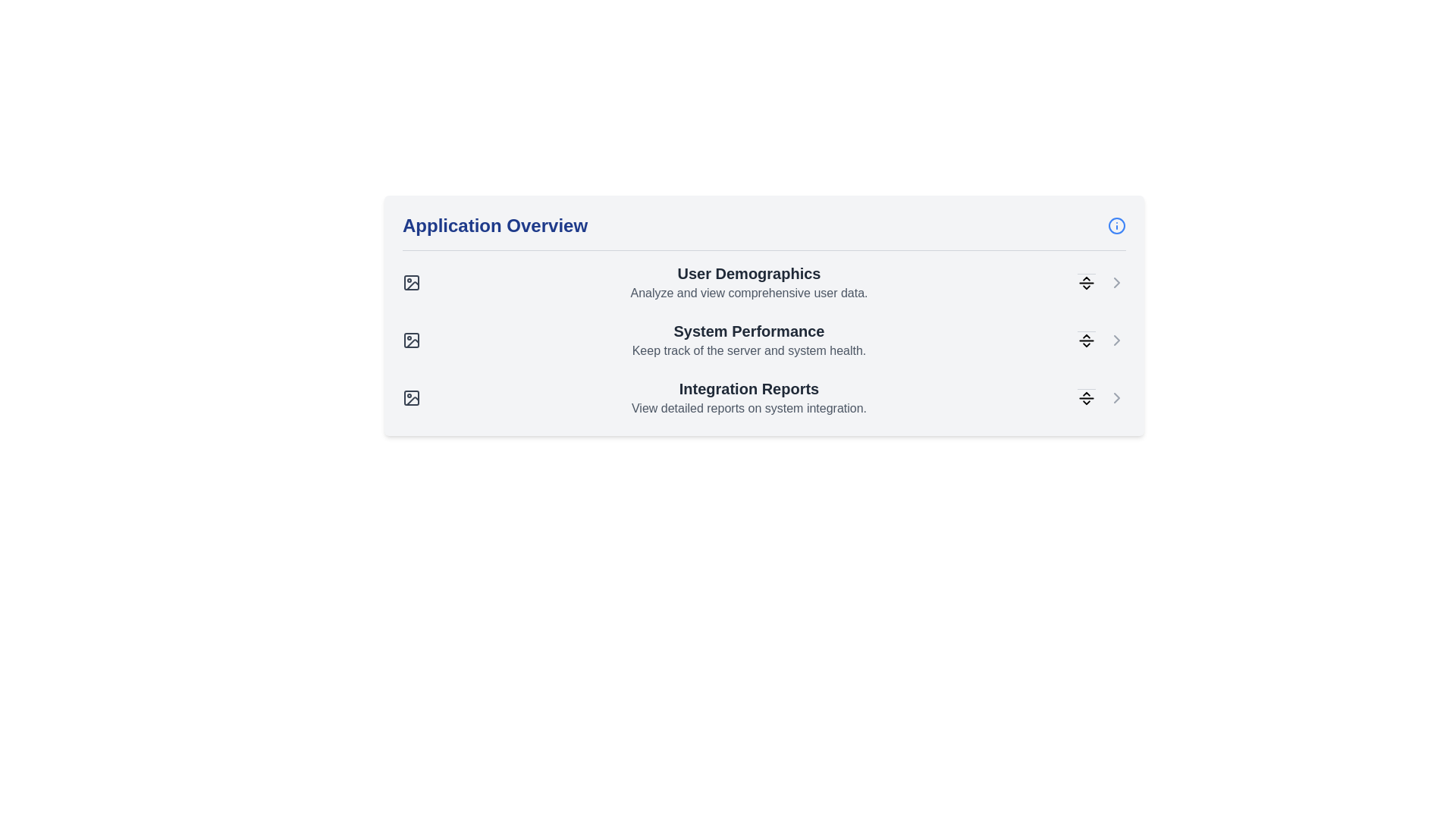  What do you see at coordinates (749, 408) in the screenshot?
I see `the Text Label providing additional information about the 'Integration Reports' section, located below the 'Integration Reports' title in the third entry of the list under 'Application Overview'` at bounding box center [749, 408].